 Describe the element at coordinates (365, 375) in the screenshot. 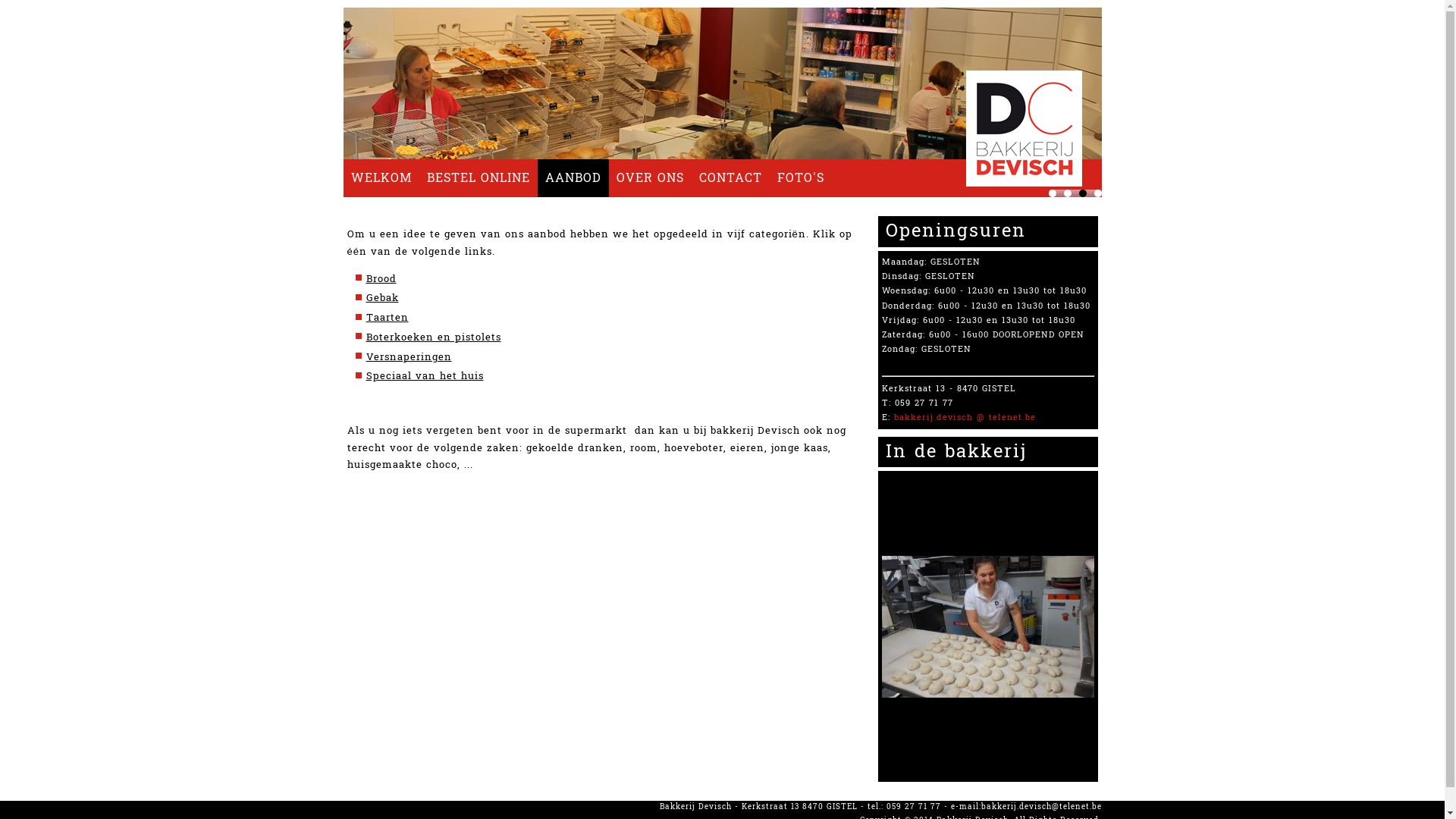

I see `'Speciaal van het huis'` at that location.